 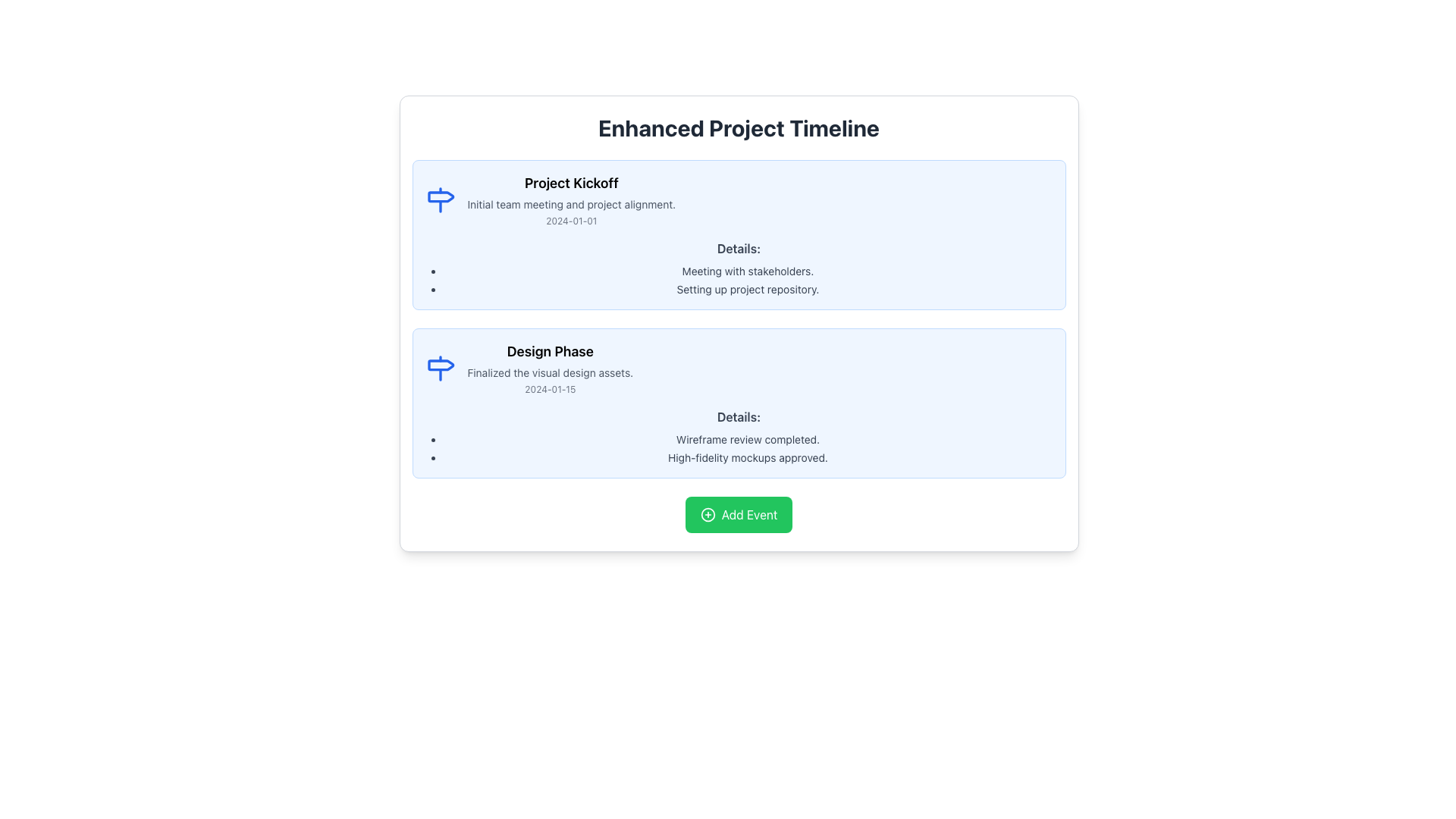 I want to click on the completion date of the second timeline entry, so click(x=739, y=369).